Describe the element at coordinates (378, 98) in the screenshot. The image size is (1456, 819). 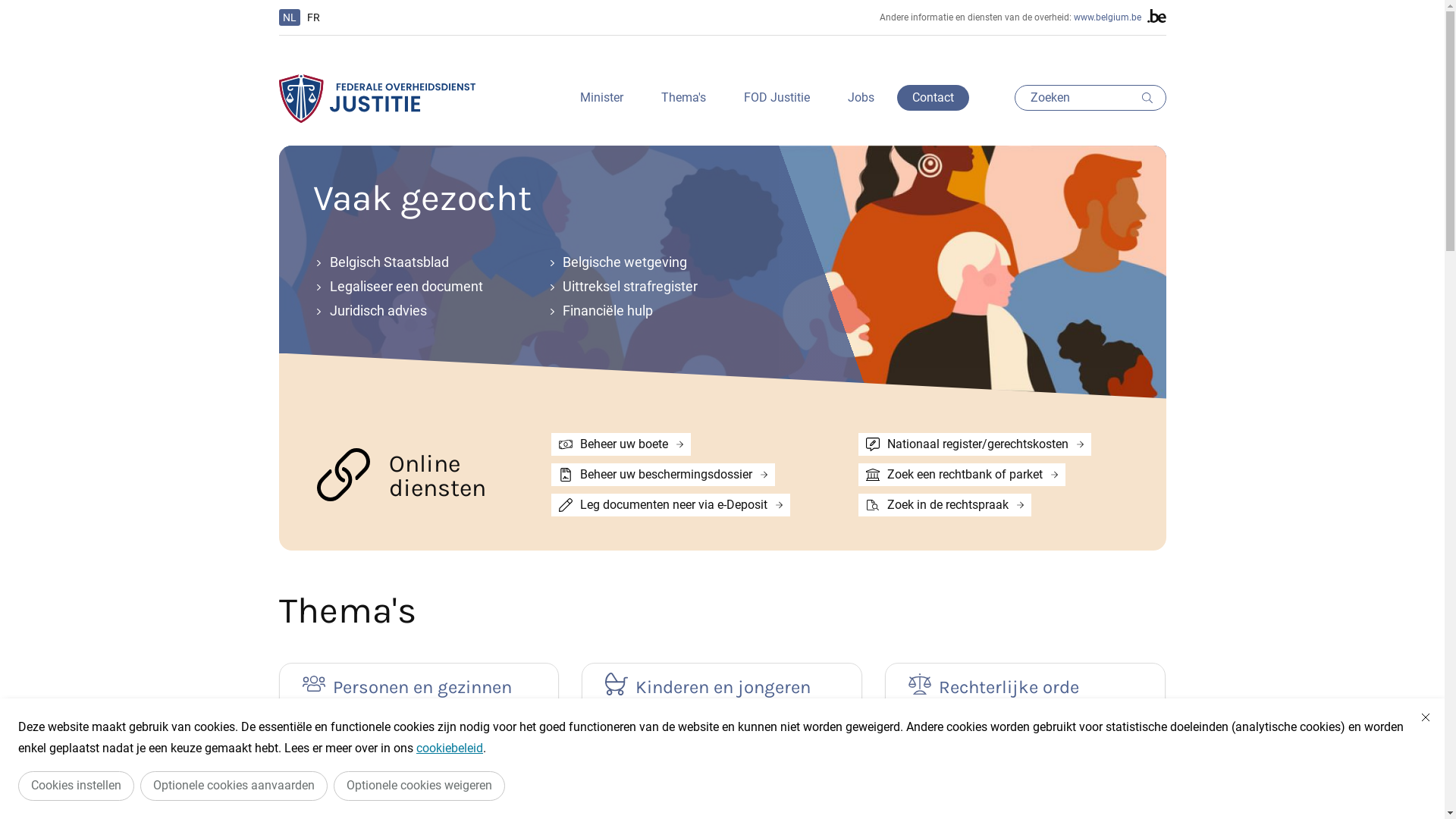
I see `'Terugkeren naar de startpagina van FOD Justitie'` at that location.